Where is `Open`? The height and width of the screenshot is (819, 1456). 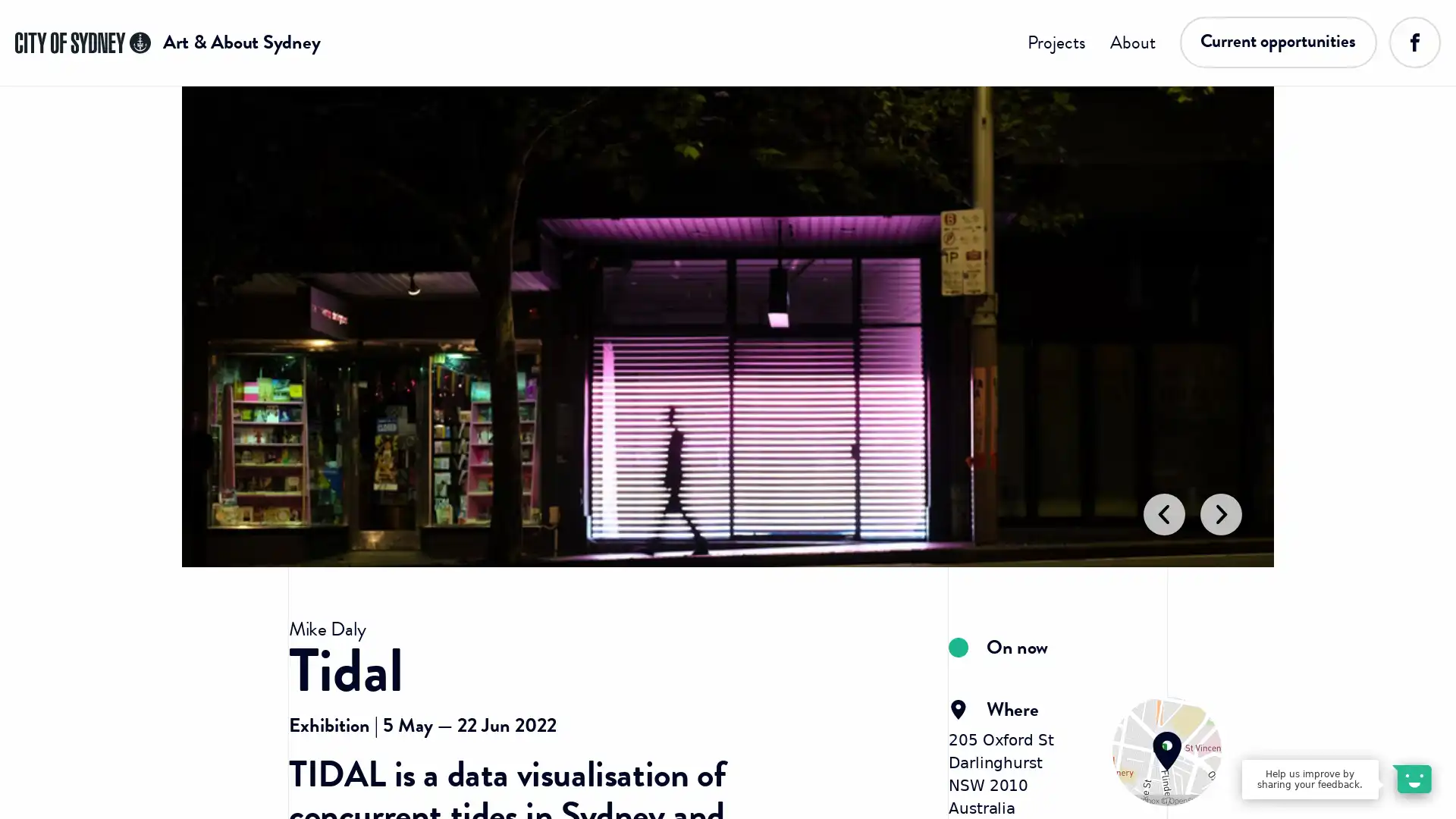 Open is located at coordinates (1410, 778).